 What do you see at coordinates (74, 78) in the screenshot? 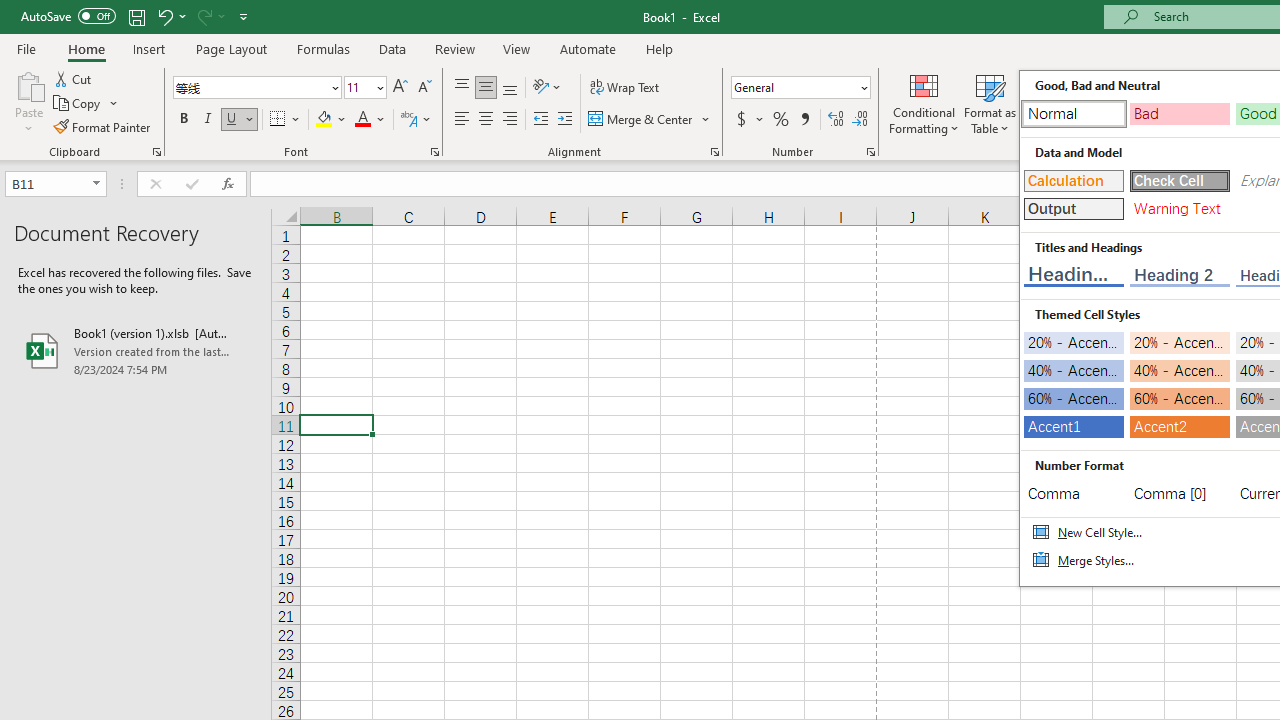
I see `'Cut'` at bounding box center [74, 78].